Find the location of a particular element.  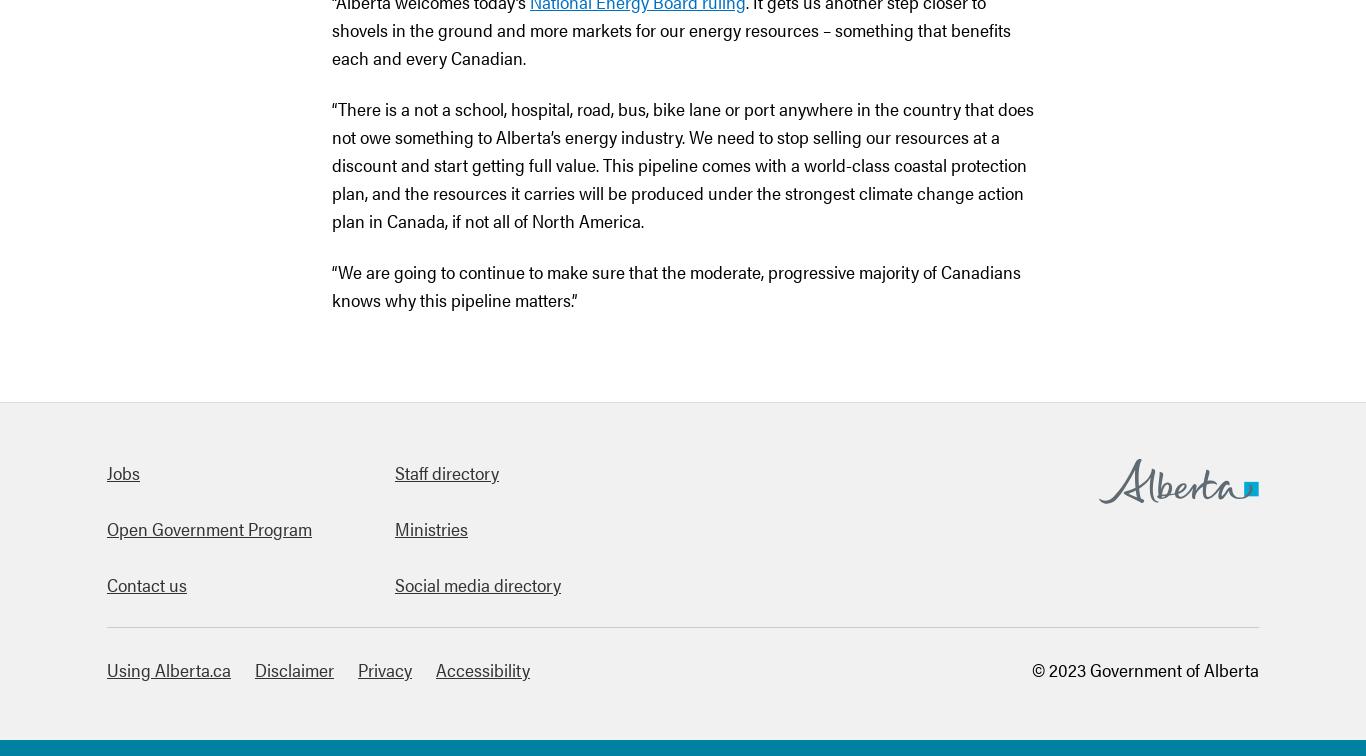

'“There is a not a school, hospital, road, bus, bike lane or port anywhere in the country that does not owe something to Alberta’s energy industry. We need to stop selling our resources at a discount and start getting full value. This pipeline comes with a world-class coastal protection plan, and the resources it carries will be produced under the strongest climate change action plan in Canada, if not all of North America.' is located at coordinates (683, 164).